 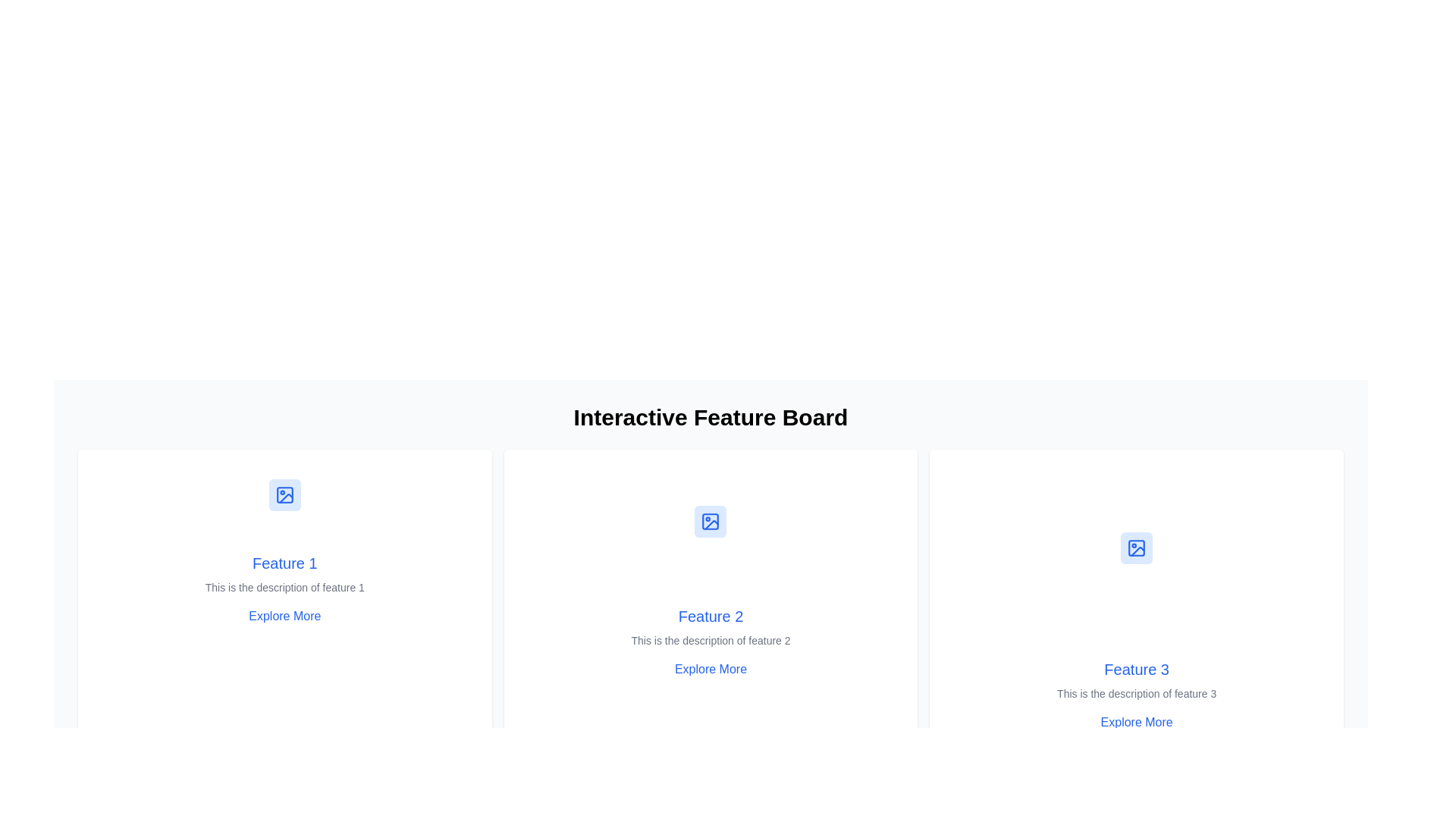 I want to click on the graphical indicator element resembling a slanted line with an arrow, located within the blue multimedia icon in the third feature block on the right, so click(x=1137, y=551).